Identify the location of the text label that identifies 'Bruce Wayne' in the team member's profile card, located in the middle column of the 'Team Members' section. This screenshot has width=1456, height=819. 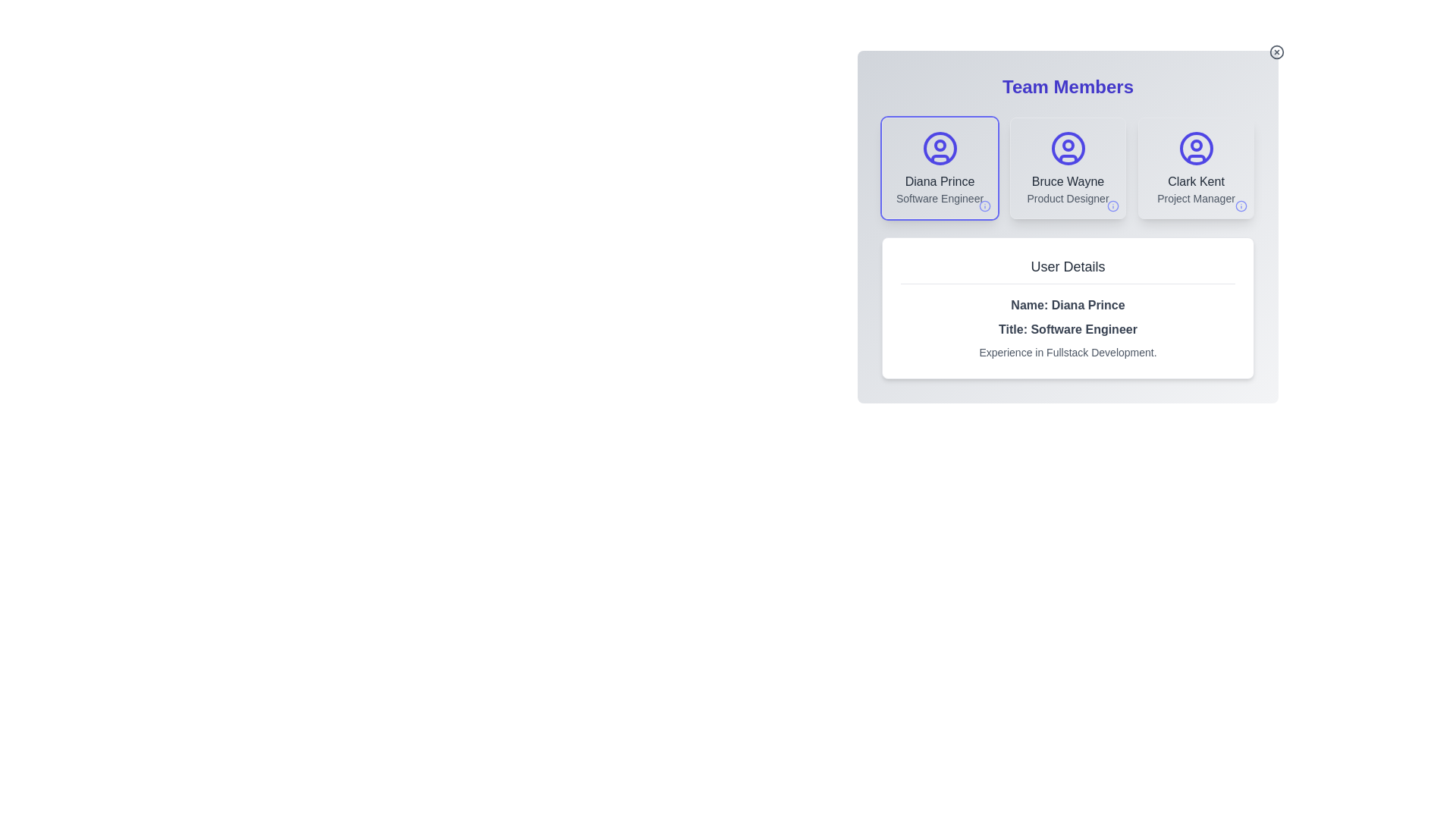
(1067, 180).